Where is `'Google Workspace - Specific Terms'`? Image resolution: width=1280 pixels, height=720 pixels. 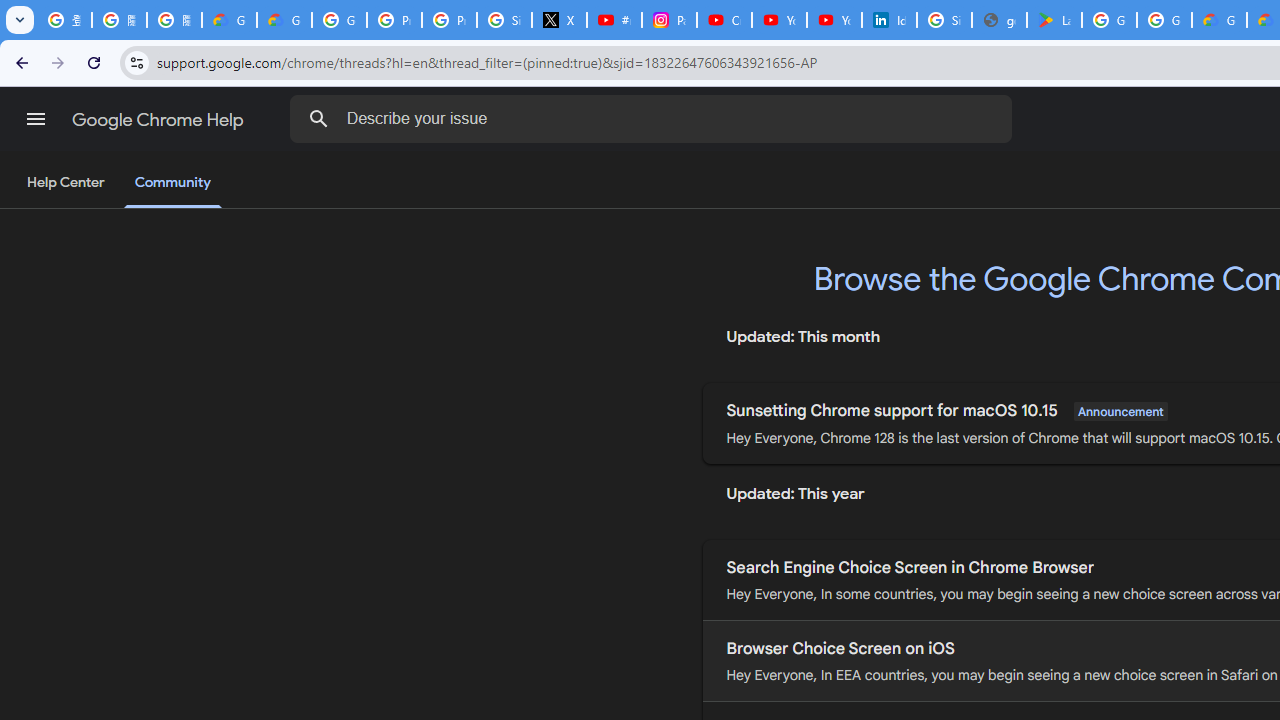
'Google Workspace - Specific Terms' is located at coordinates (1164, 20).